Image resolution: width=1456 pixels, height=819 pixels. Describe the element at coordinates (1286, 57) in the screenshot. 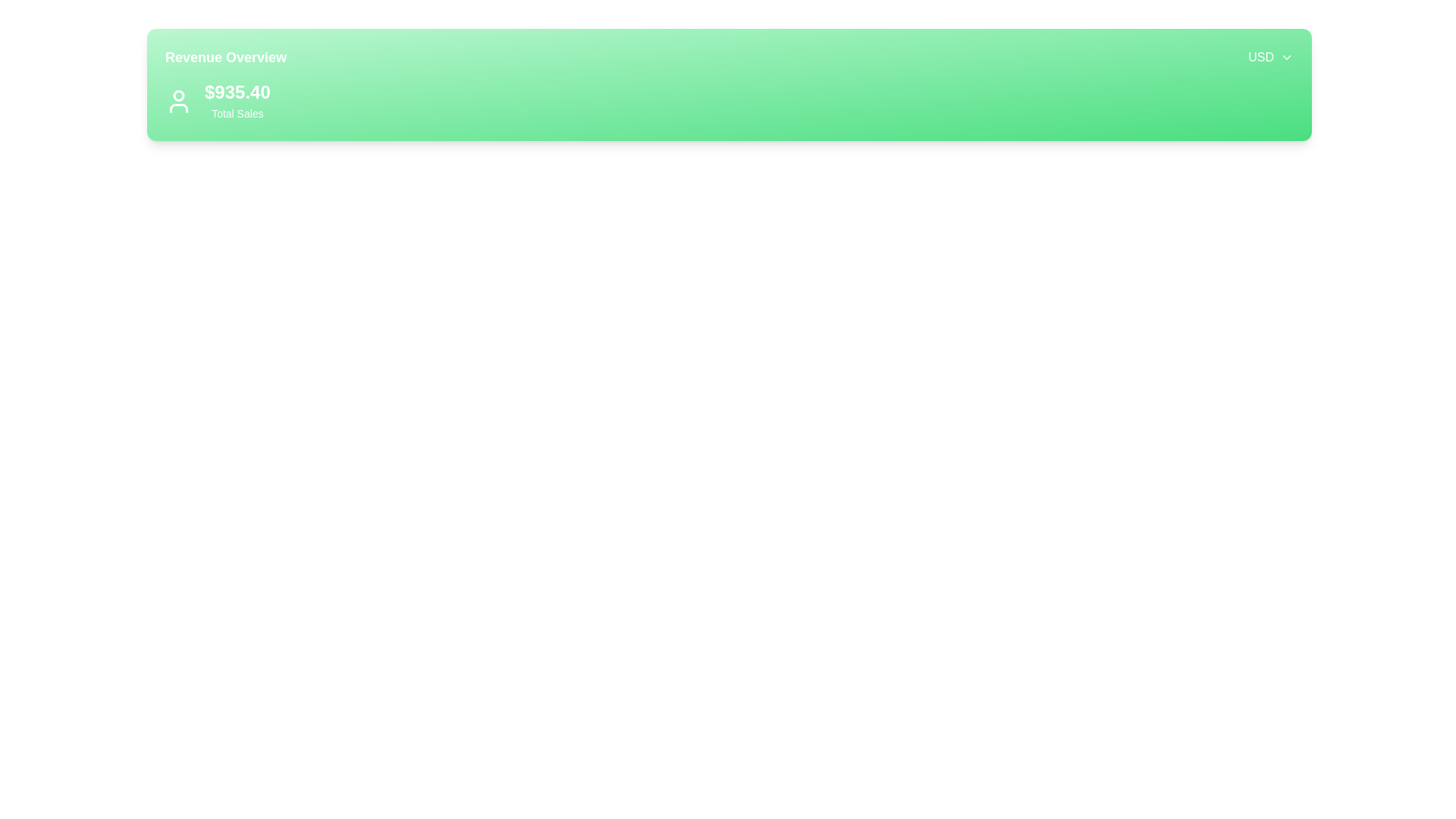

I see `the downward-facing chevron icon next to the 'USD' text, which indicates that the currency option can be selected or changed` at that location.